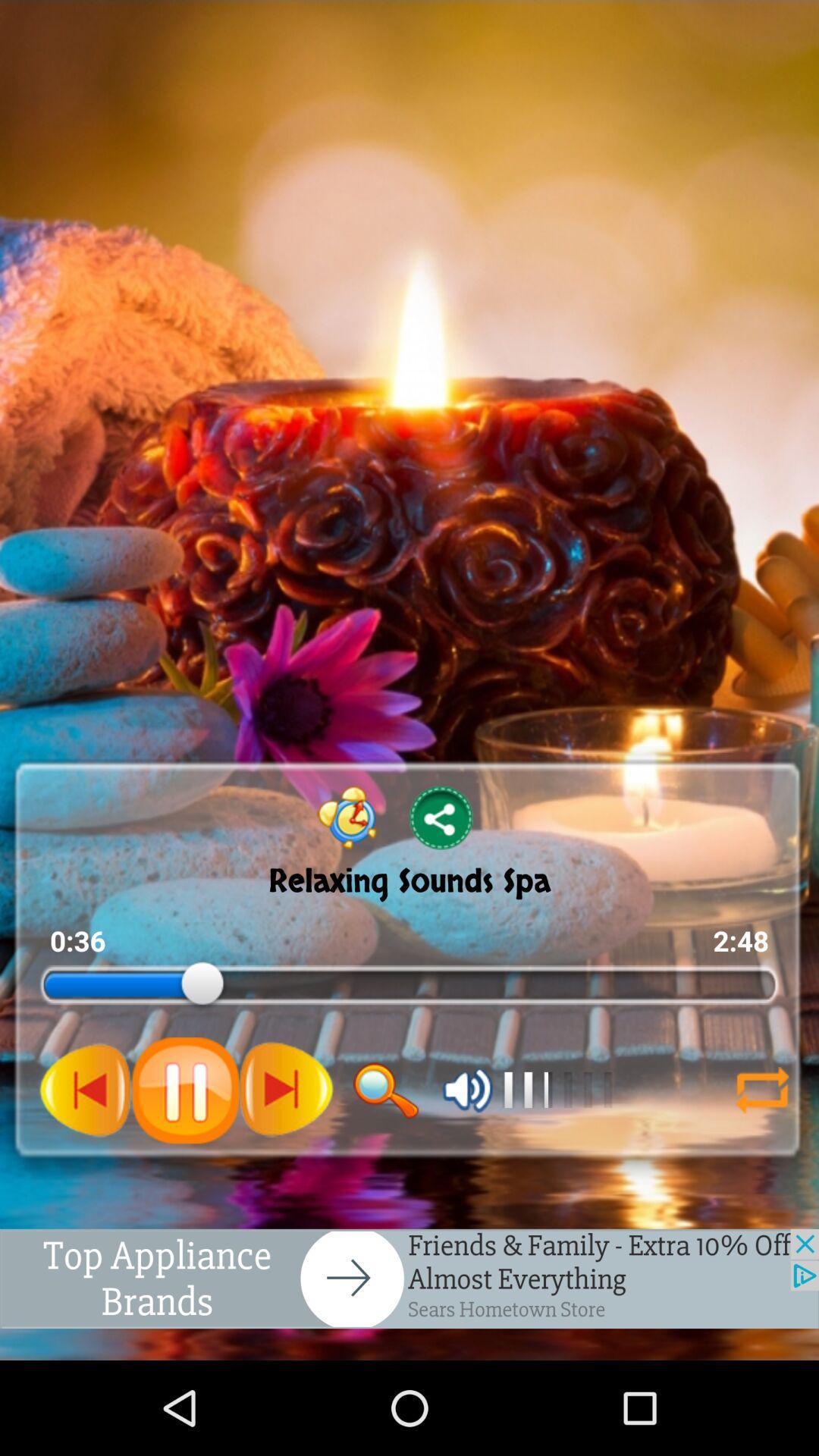 Image resolution: width=819 pixels, height=1456 pixels. Describe the element at coordinates (347, 817) in the screenshot. I see `icon left to share icon` at that location.